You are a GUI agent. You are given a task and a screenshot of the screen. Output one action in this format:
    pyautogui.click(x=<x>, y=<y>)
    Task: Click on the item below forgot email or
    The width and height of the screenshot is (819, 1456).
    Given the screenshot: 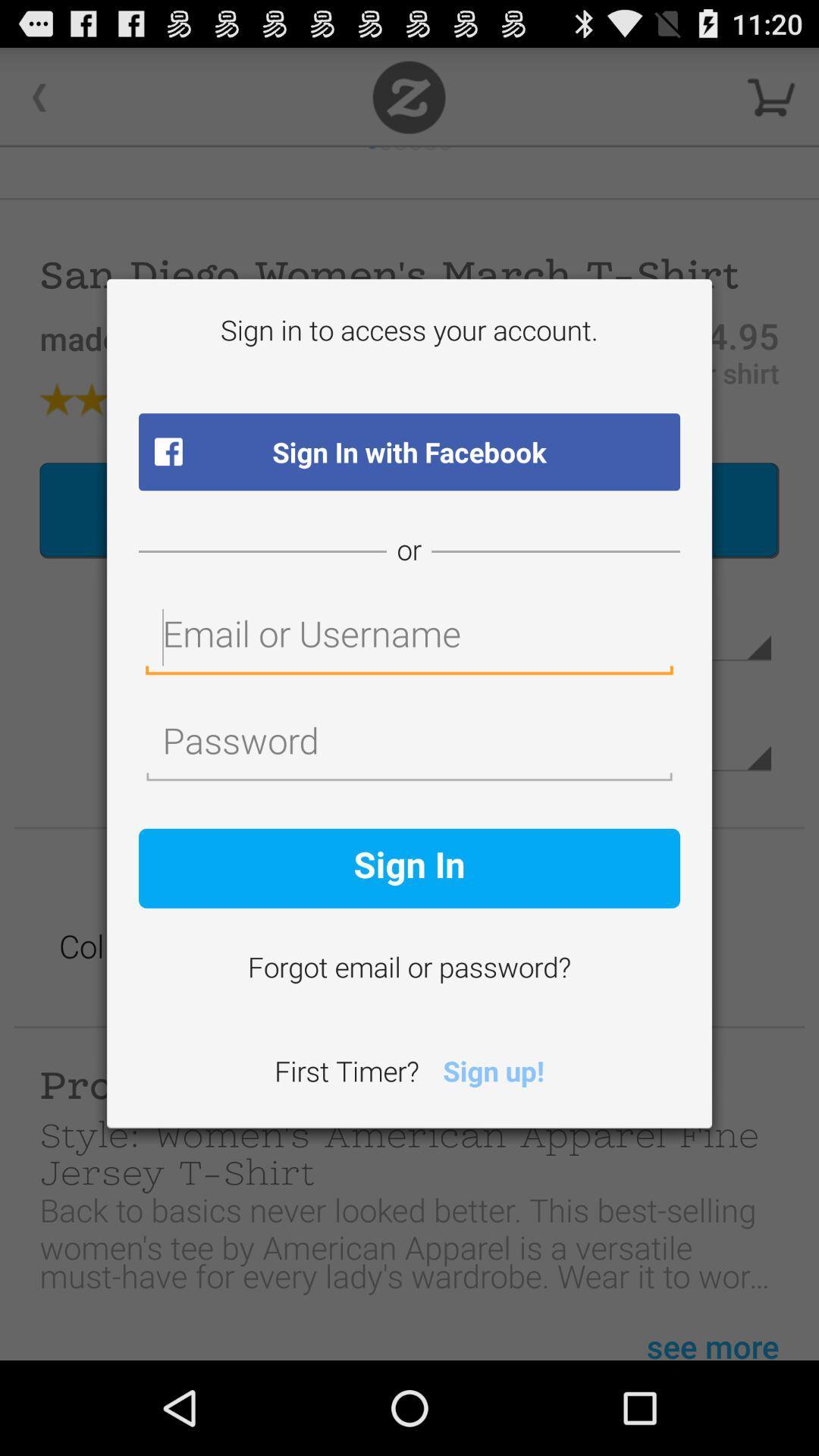 What is the action you would take?
    pyautogui.click(x=494, y=1073)
    